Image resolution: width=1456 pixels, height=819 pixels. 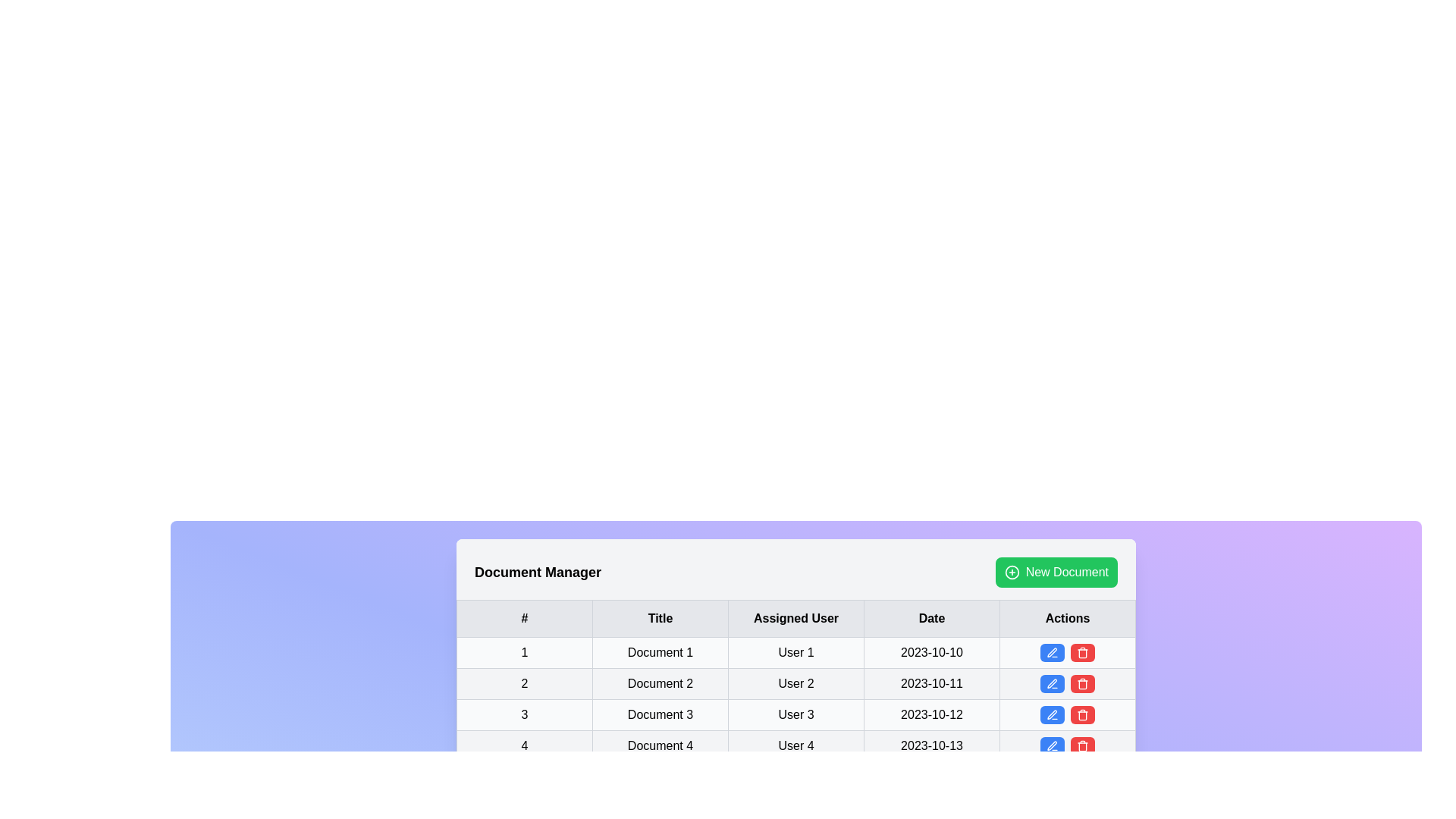 What do you see at coordinates (660, 619) in the screenshot?
I see `the table header cell containing the text 'Title' to sort the column` at bounding box center [660, 619].